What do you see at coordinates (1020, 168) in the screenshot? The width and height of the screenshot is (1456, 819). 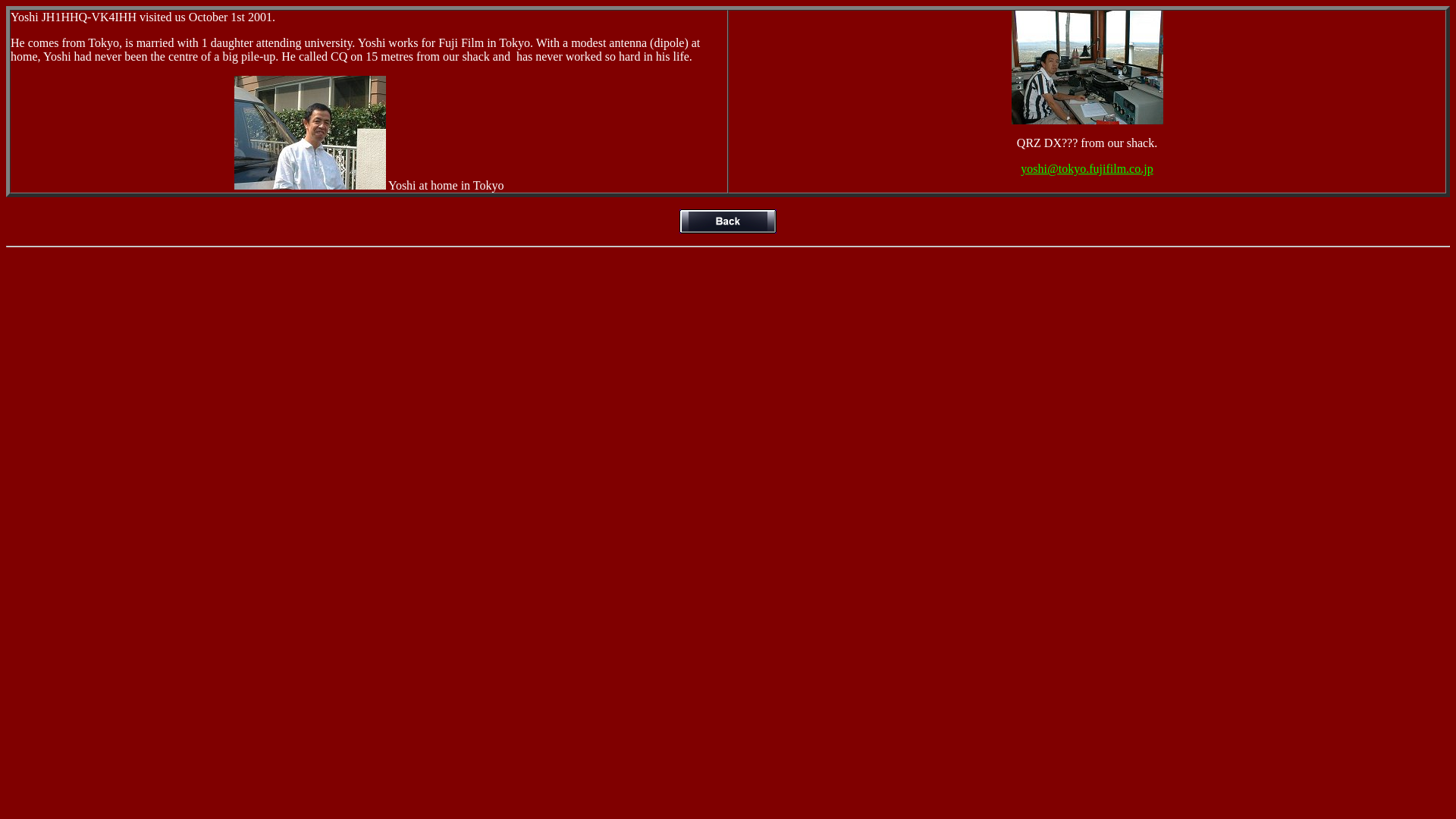 I see `'yoshi@tokyo.fujifilm.co.jp'` at bounding box center [1020, 168].